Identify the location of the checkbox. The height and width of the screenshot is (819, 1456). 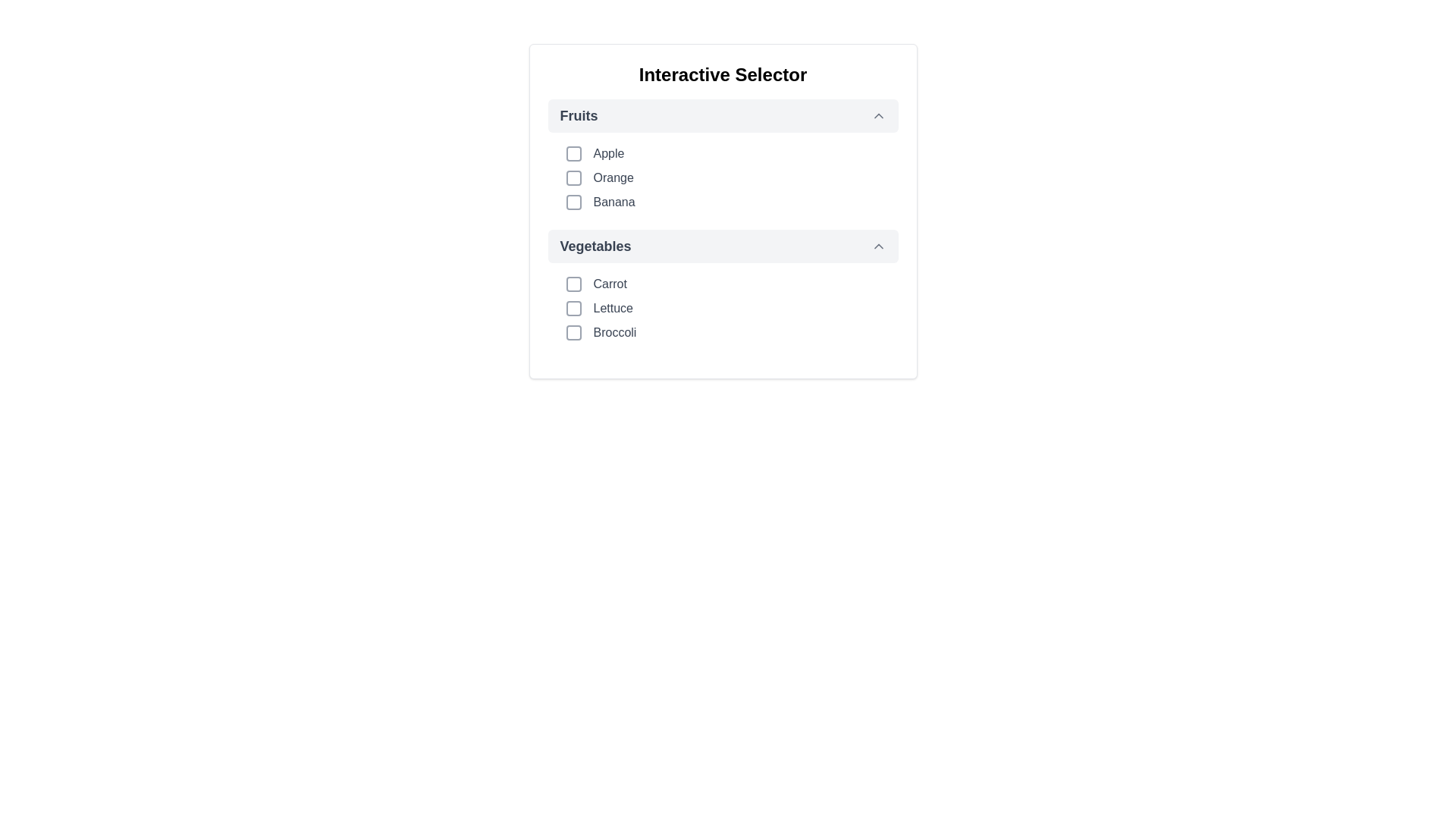
(573, 154).